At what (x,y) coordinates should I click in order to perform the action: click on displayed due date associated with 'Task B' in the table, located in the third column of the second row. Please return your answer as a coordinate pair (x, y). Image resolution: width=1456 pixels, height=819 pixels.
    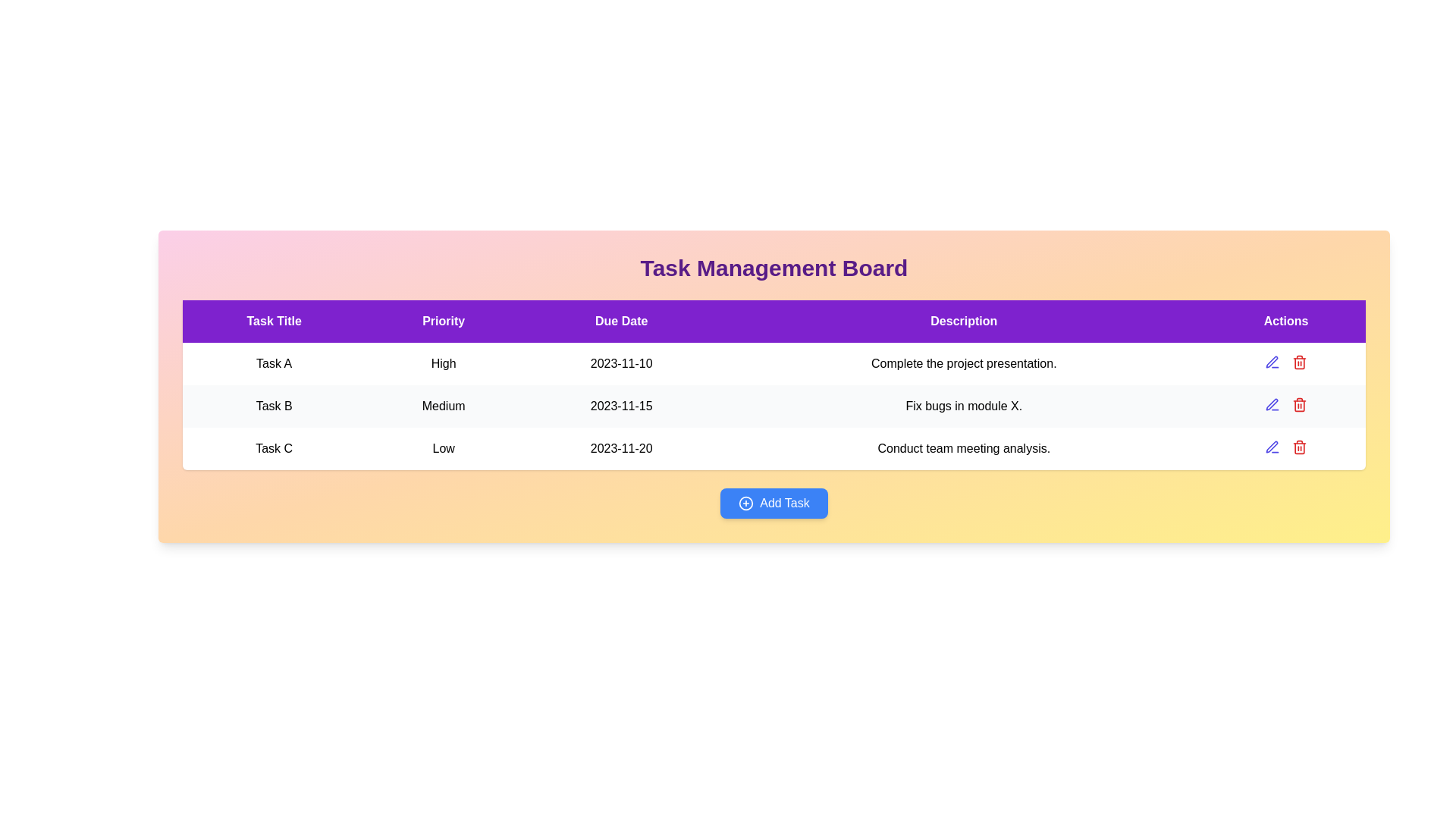
    Looking at the image, I should click on (621, 406).